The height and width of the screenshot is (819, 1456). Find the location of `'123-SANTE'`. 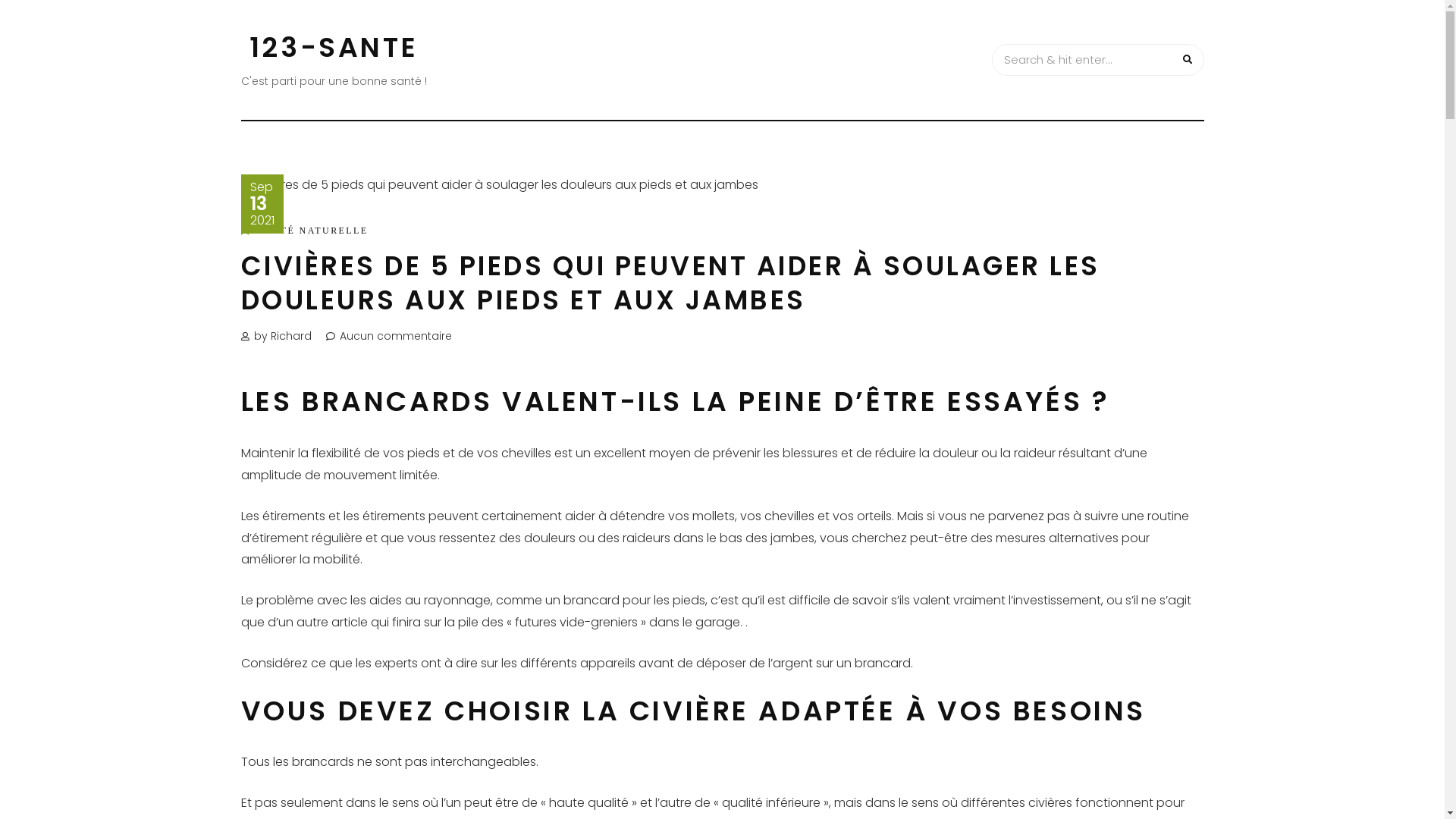

'123-SANTE' is located at coordinates (249, 46).